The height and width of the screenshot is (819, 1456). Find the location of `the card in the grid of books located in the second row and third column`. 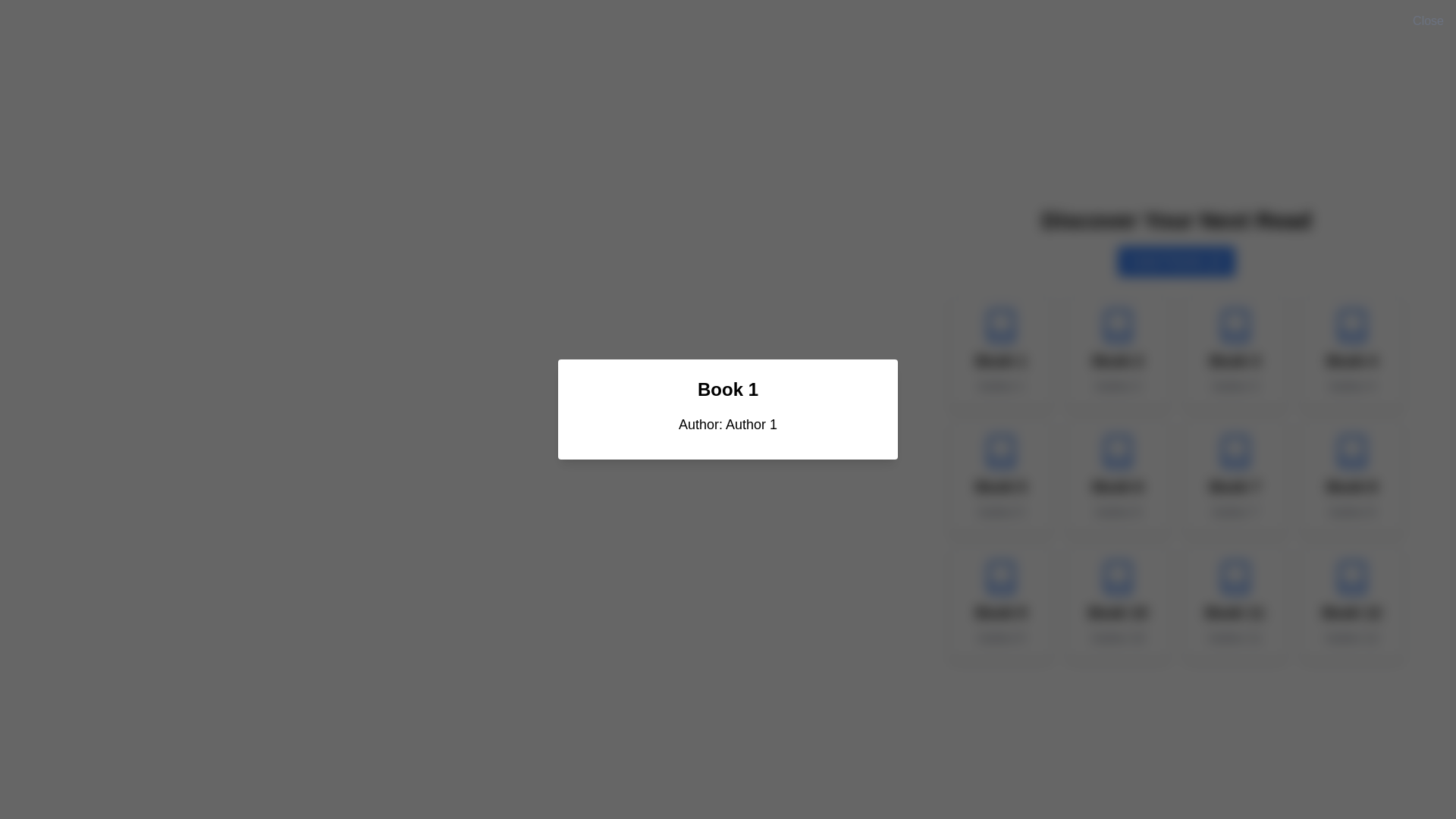

the card in the grid of books located in the second row and third column is located at coordinates (1175, 476).